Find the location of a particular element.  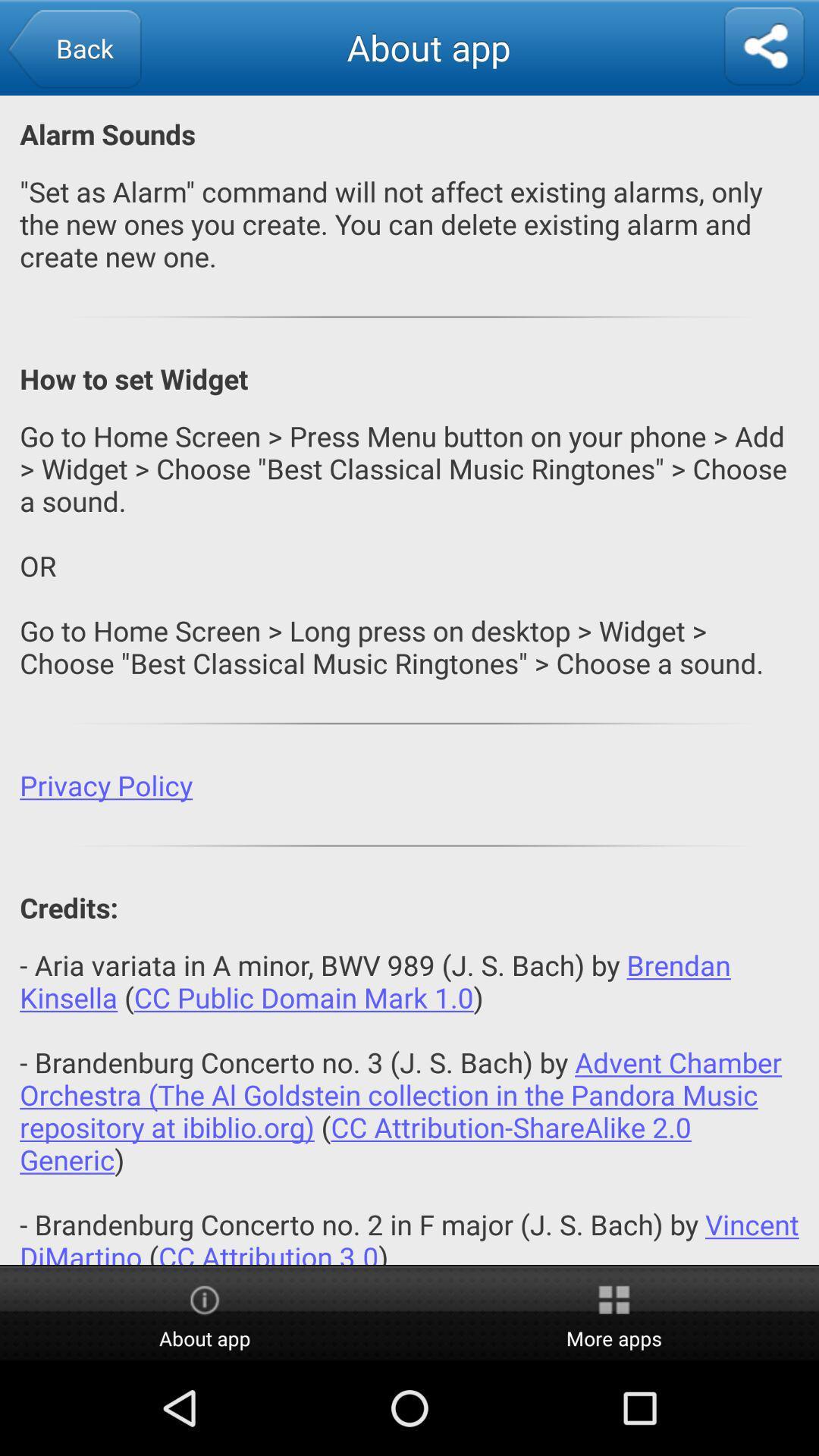

the share button on the top right corner of the web page is located at coordinates (764, 47).